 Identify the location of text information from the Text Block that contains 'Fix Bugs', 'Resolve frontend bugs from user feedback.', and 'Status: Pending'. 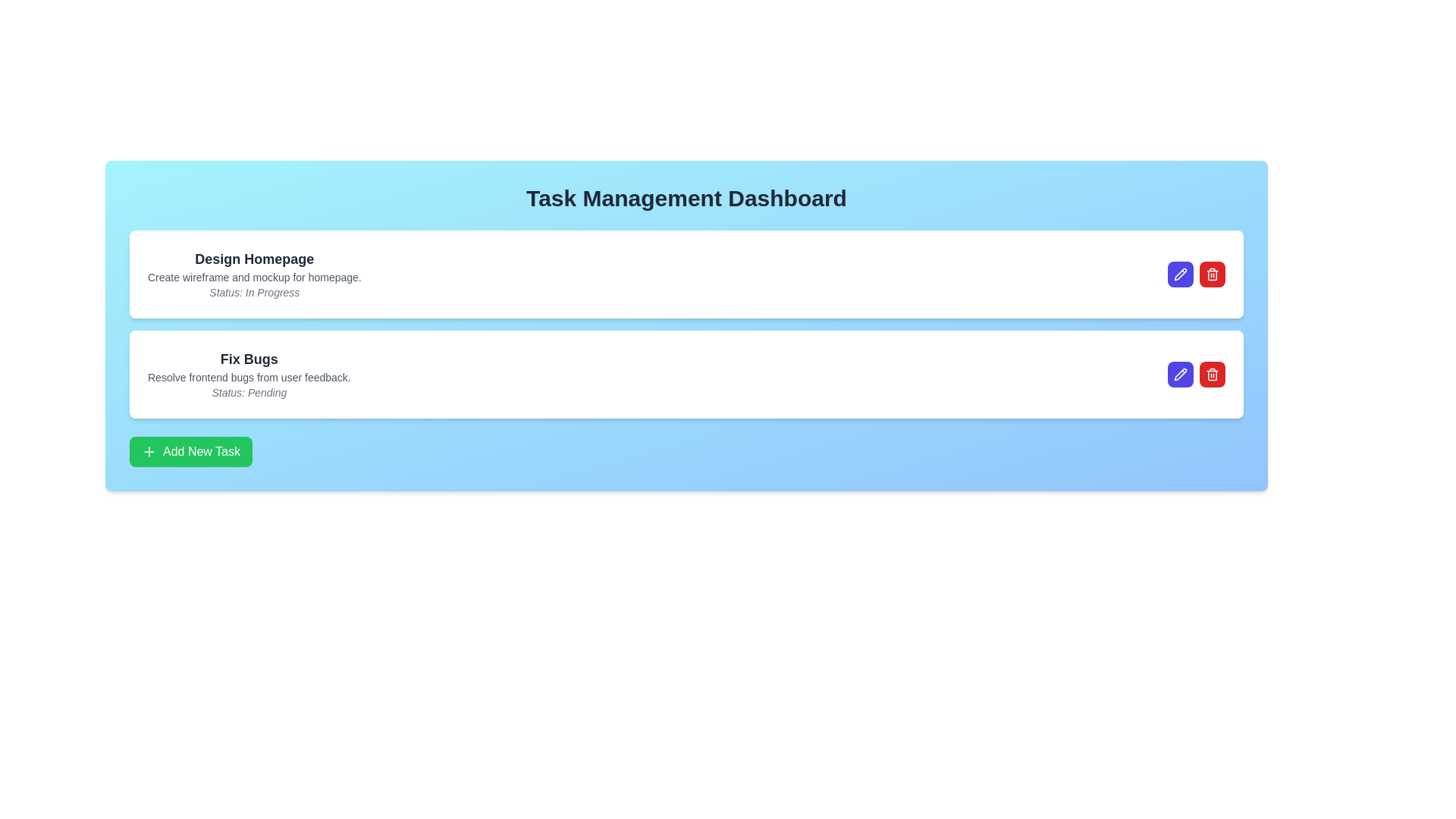
(249, 374).